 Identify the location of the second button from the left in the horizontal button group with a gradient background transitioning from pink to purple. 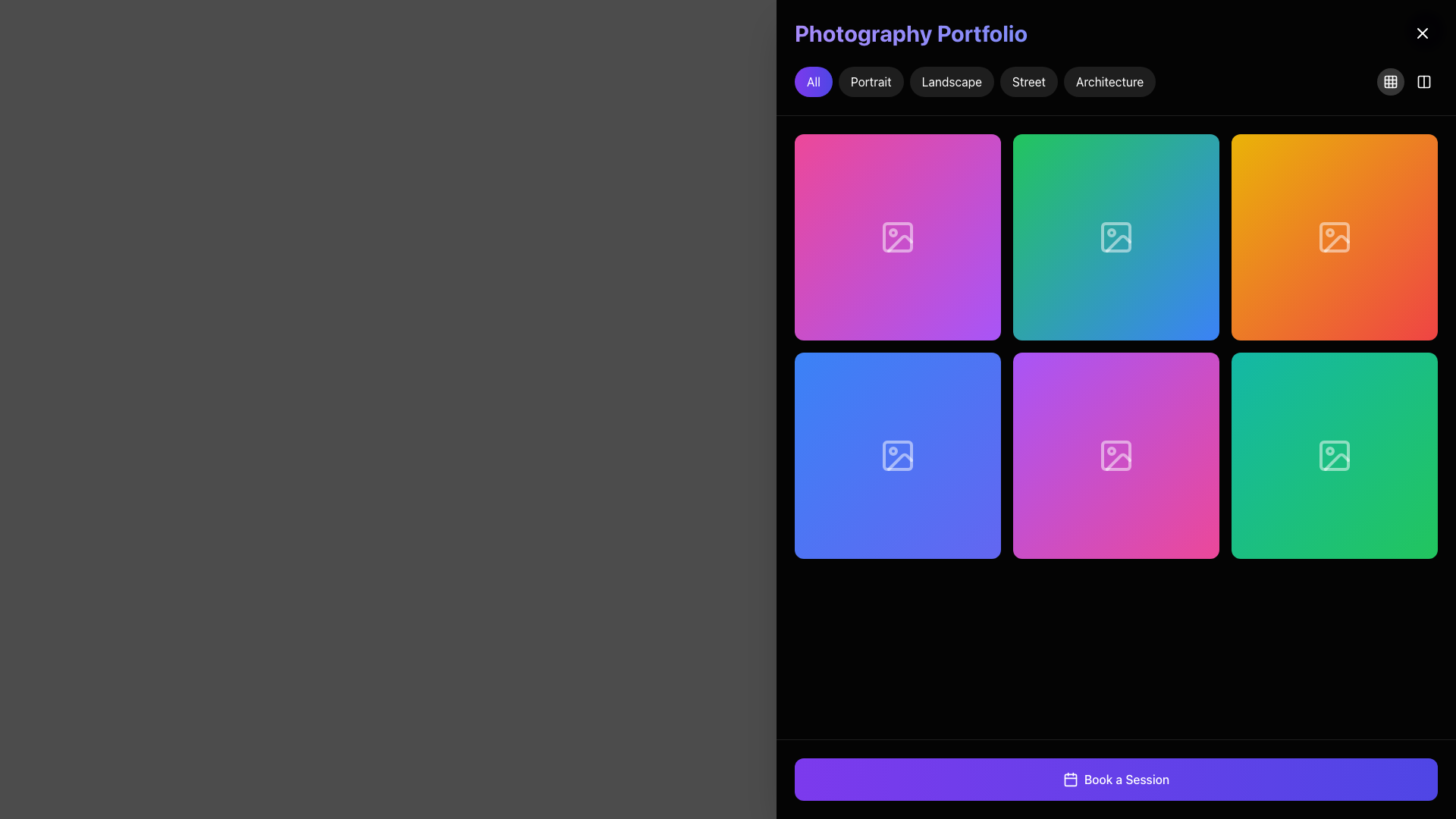
(898, 237).